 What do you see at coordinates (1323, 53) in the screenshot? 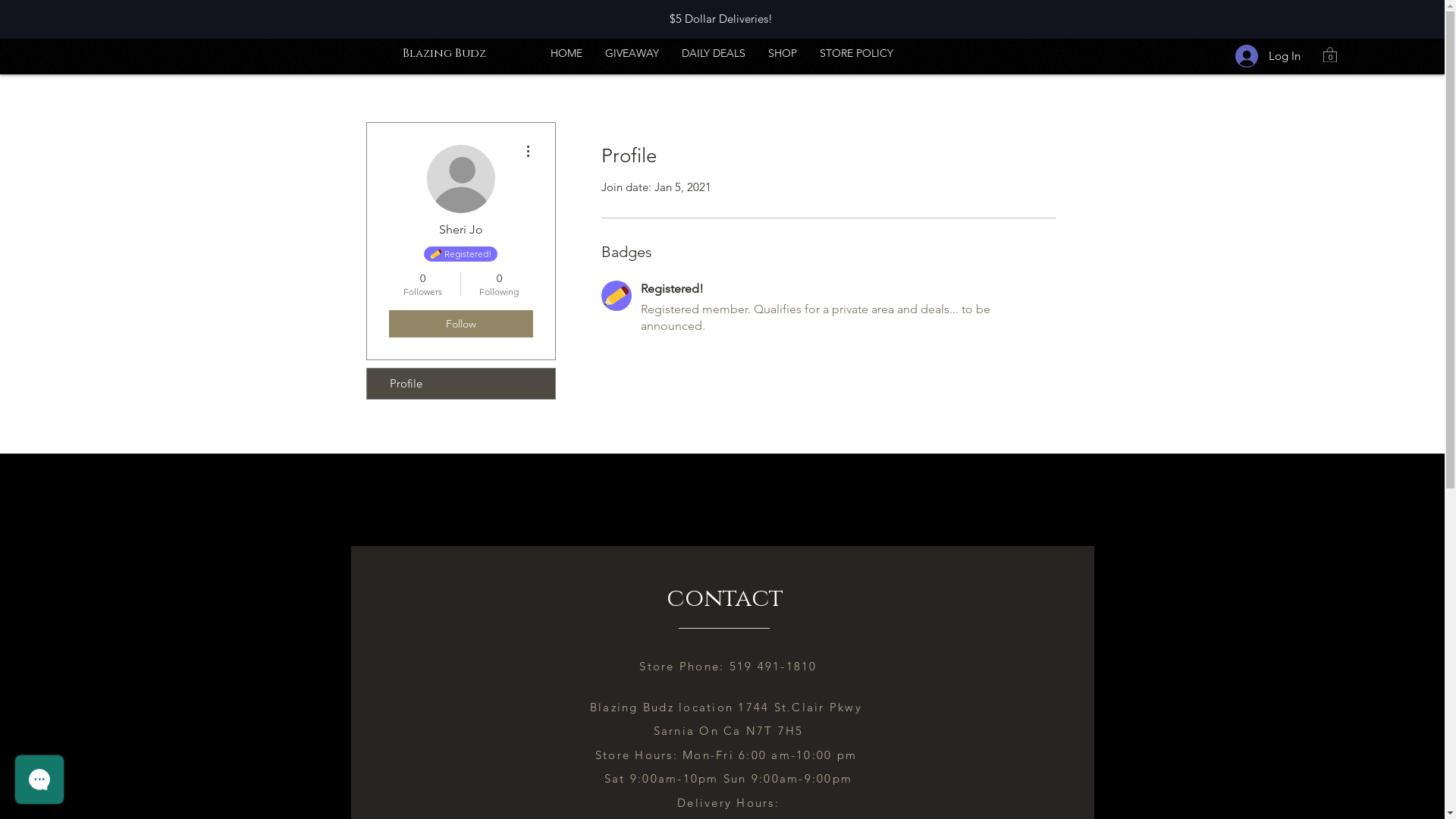
I see `'0'` at bounding box center [1323, 53].